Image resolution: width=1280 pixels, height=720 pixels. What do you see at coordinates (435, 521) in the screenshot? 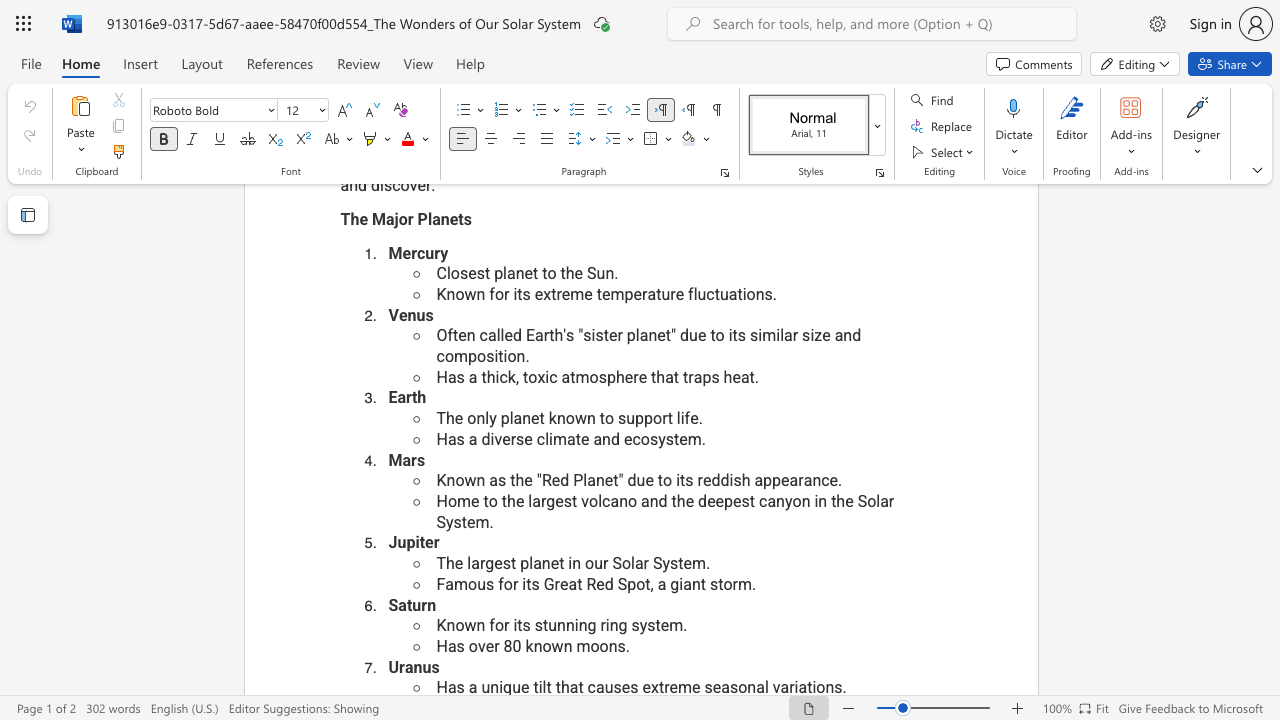
I see `the subset text "System." within the text "Home to the largest volcano and the deepest canyon in the Solar System."` at bounding box center [435, 521].